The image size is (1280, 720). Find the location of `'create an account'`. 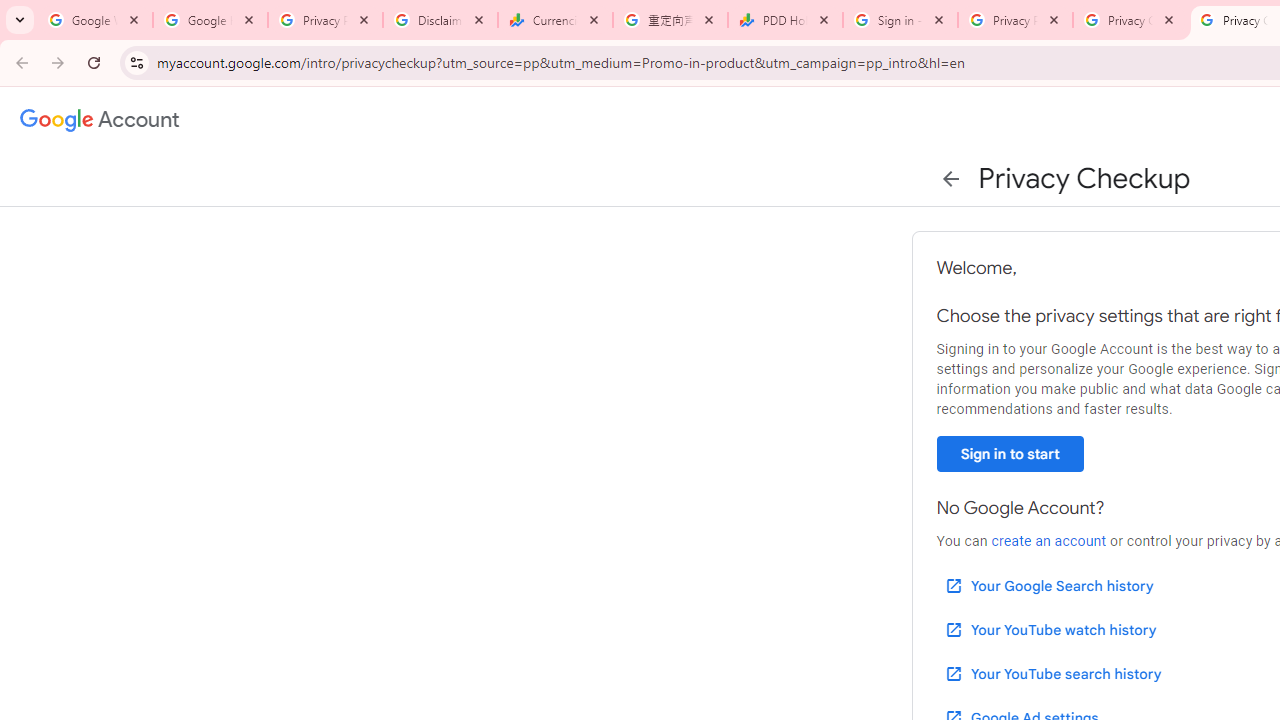

'create an account' is located at coordinates (1047, 541).